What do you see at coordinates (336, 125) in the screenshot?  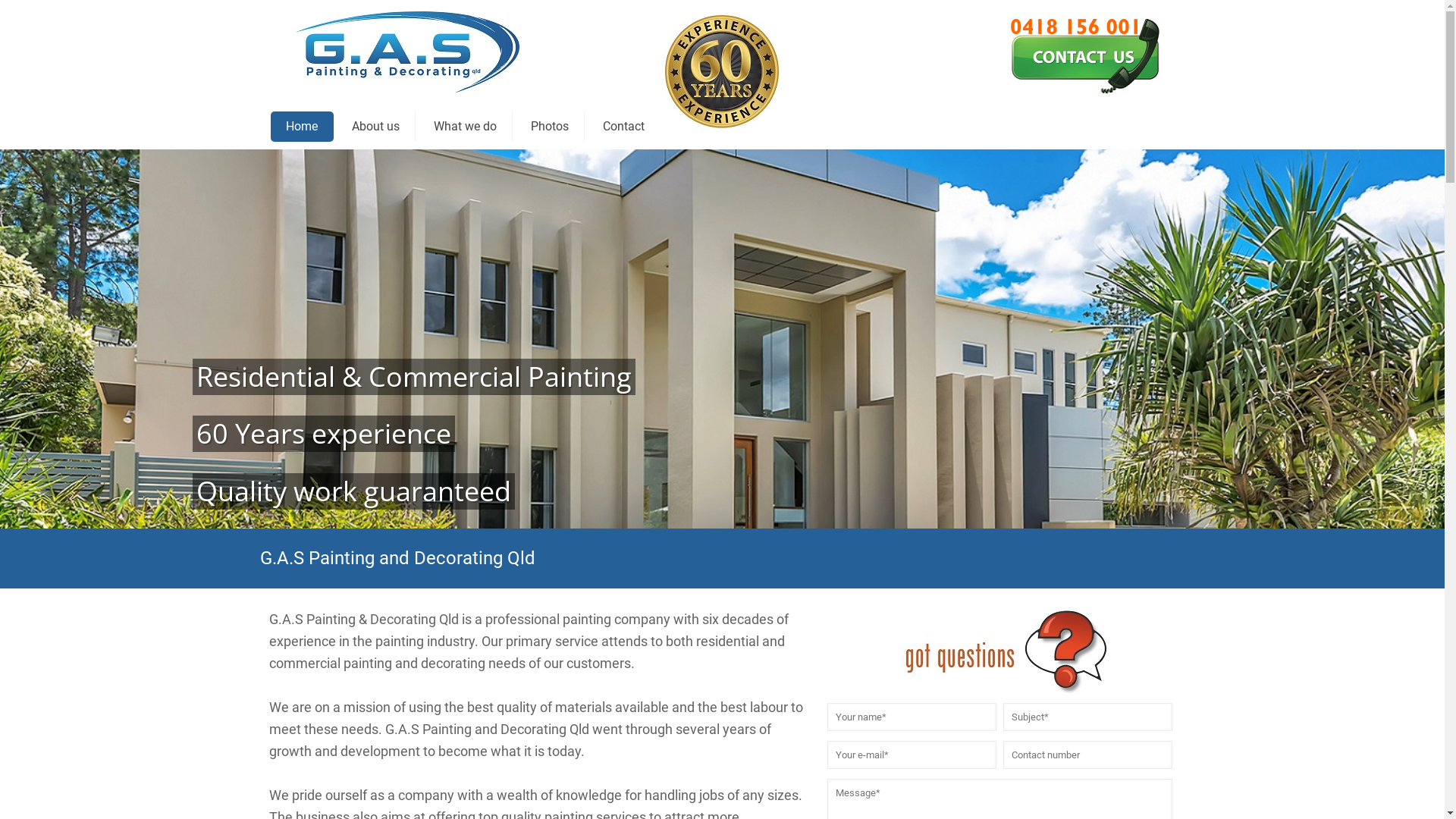 I see `'About us'` at bounding box center [336, 125].